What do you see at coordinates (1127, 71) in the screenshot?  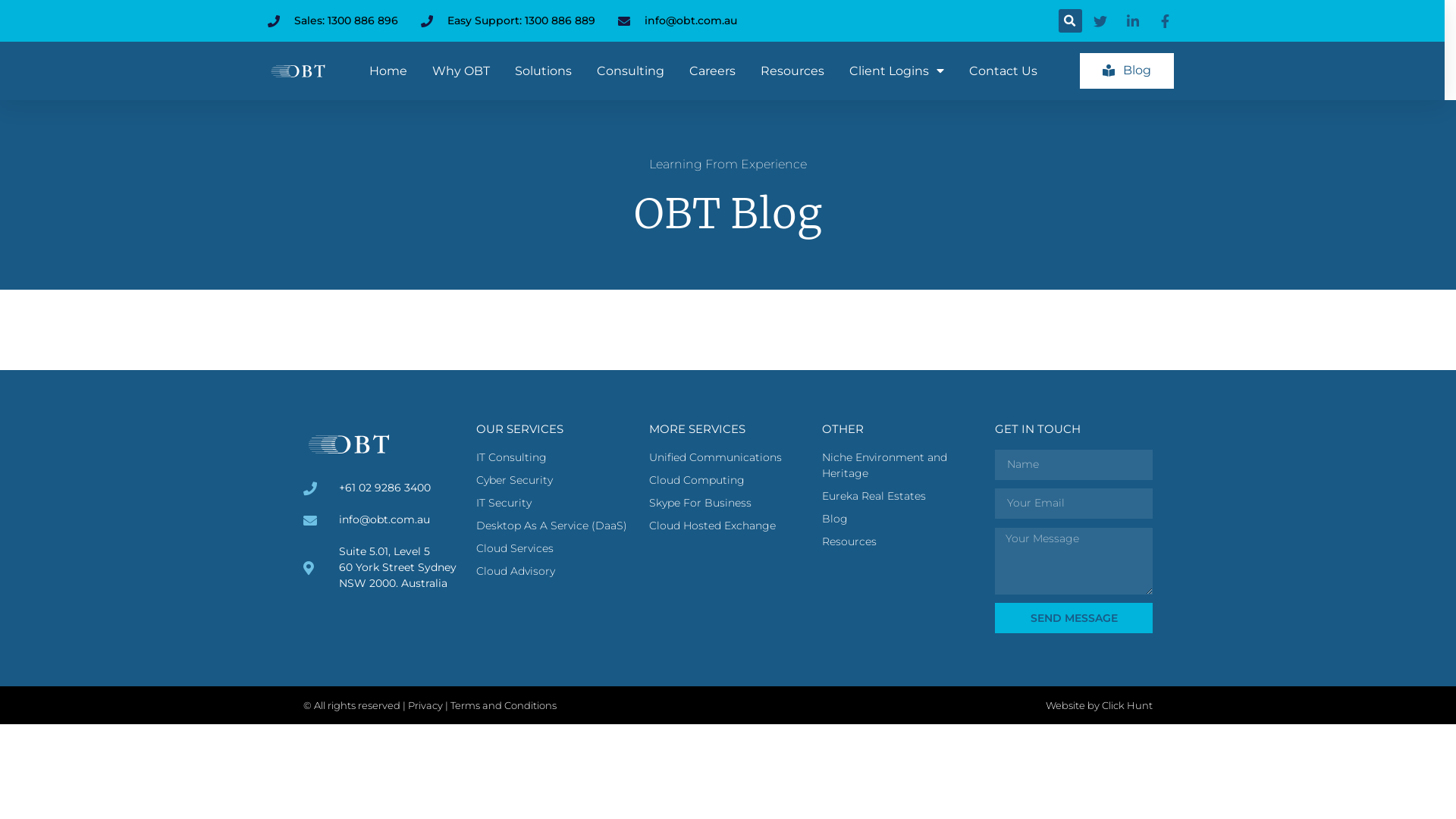 I see `'Blog'` at bounding box center [1127, 71].